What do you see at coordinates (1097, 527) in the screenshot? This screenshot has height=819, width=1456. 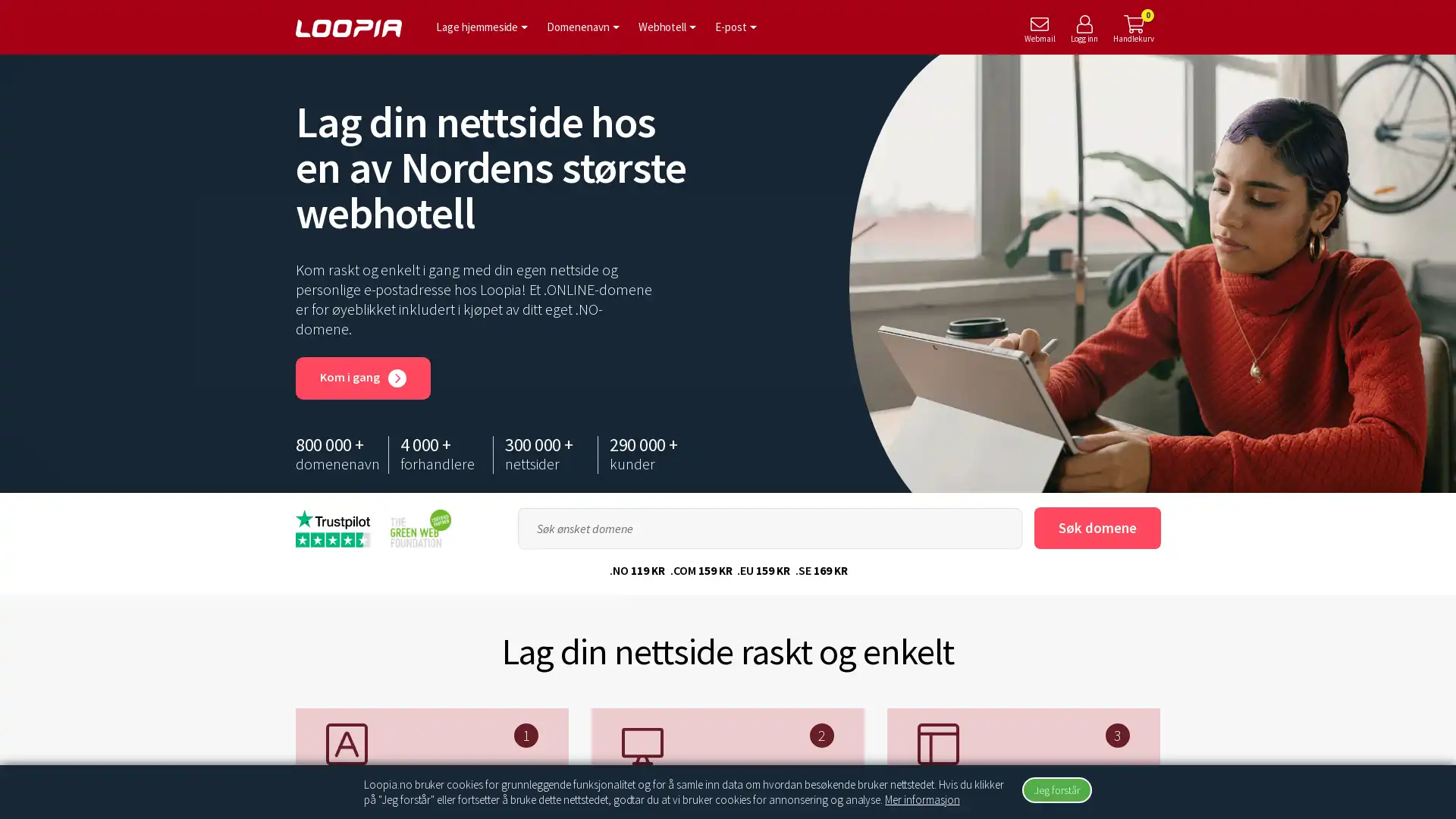 I see `Sk domene` at bounding box center [1097, 527].